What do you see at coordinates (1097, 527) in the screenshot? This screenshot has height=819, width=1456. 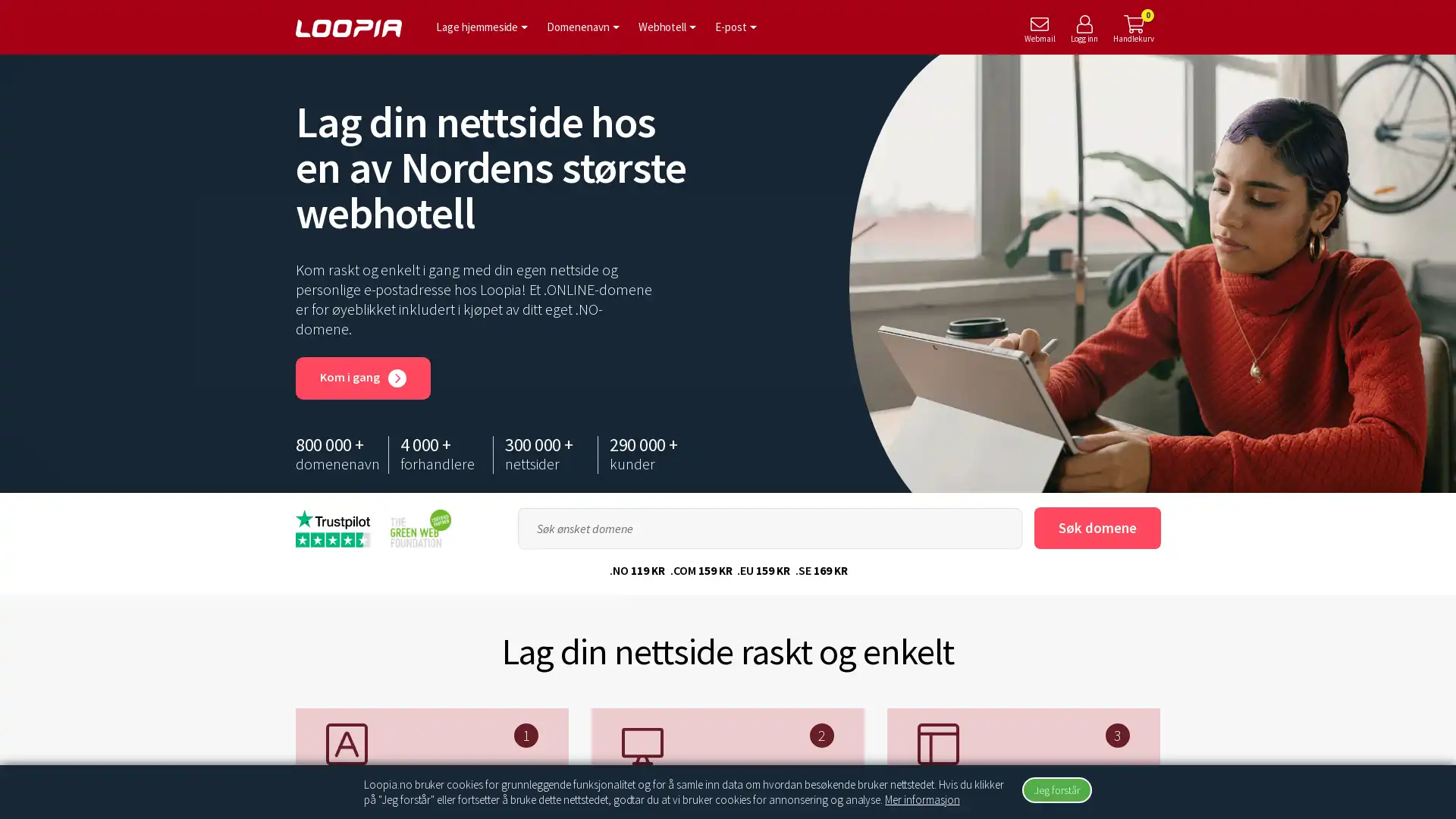 I see `Sk domene` at bounding box center [1097, 527].